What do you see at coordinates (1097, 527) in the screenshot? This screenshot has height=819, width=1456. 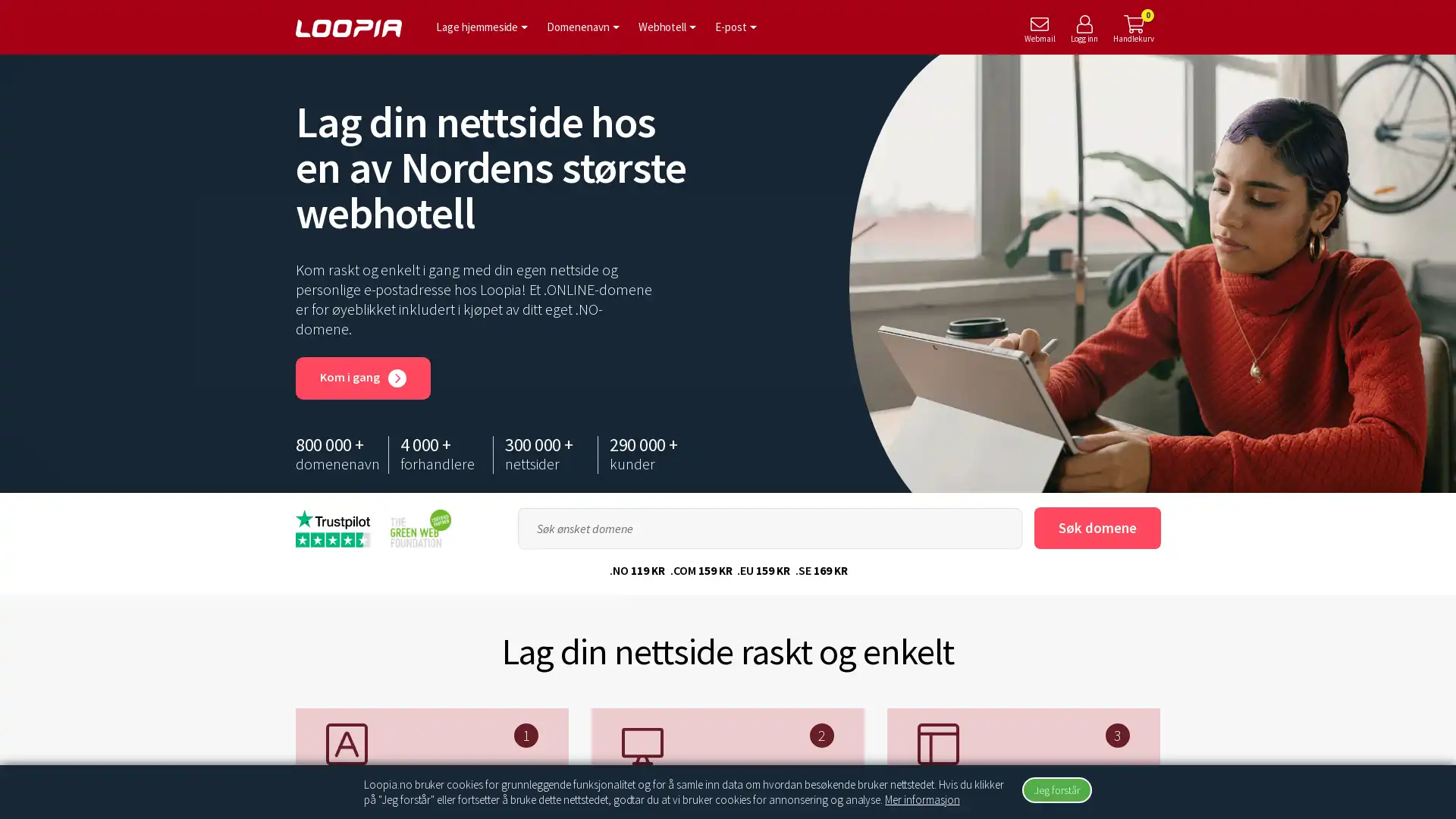 I see `Sk domene` at bounding box center [1097, 527].